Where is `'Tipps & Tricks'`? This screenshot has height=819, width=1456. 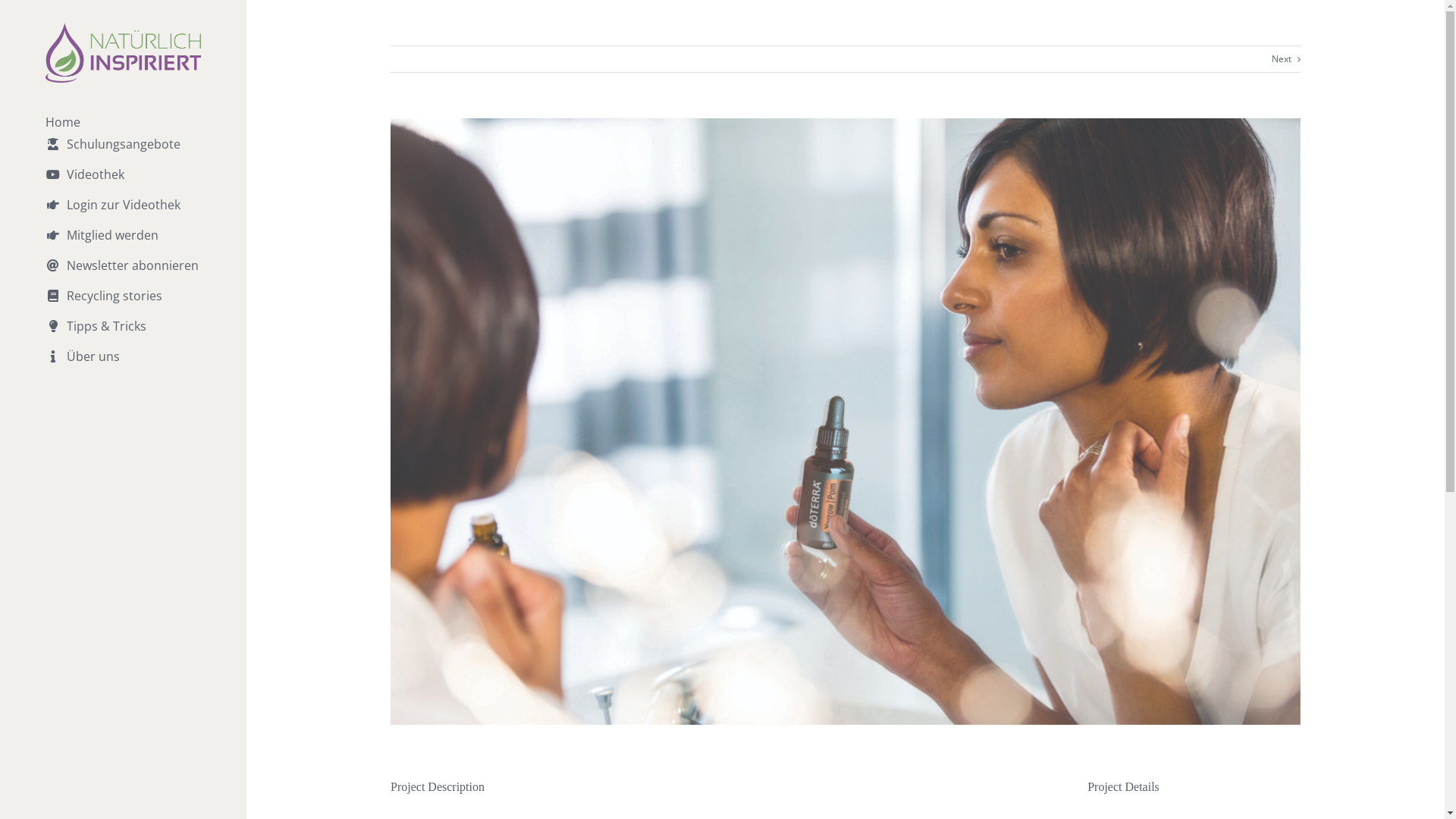
'Tipps & Tricks' is located at coordinates (123, 334).